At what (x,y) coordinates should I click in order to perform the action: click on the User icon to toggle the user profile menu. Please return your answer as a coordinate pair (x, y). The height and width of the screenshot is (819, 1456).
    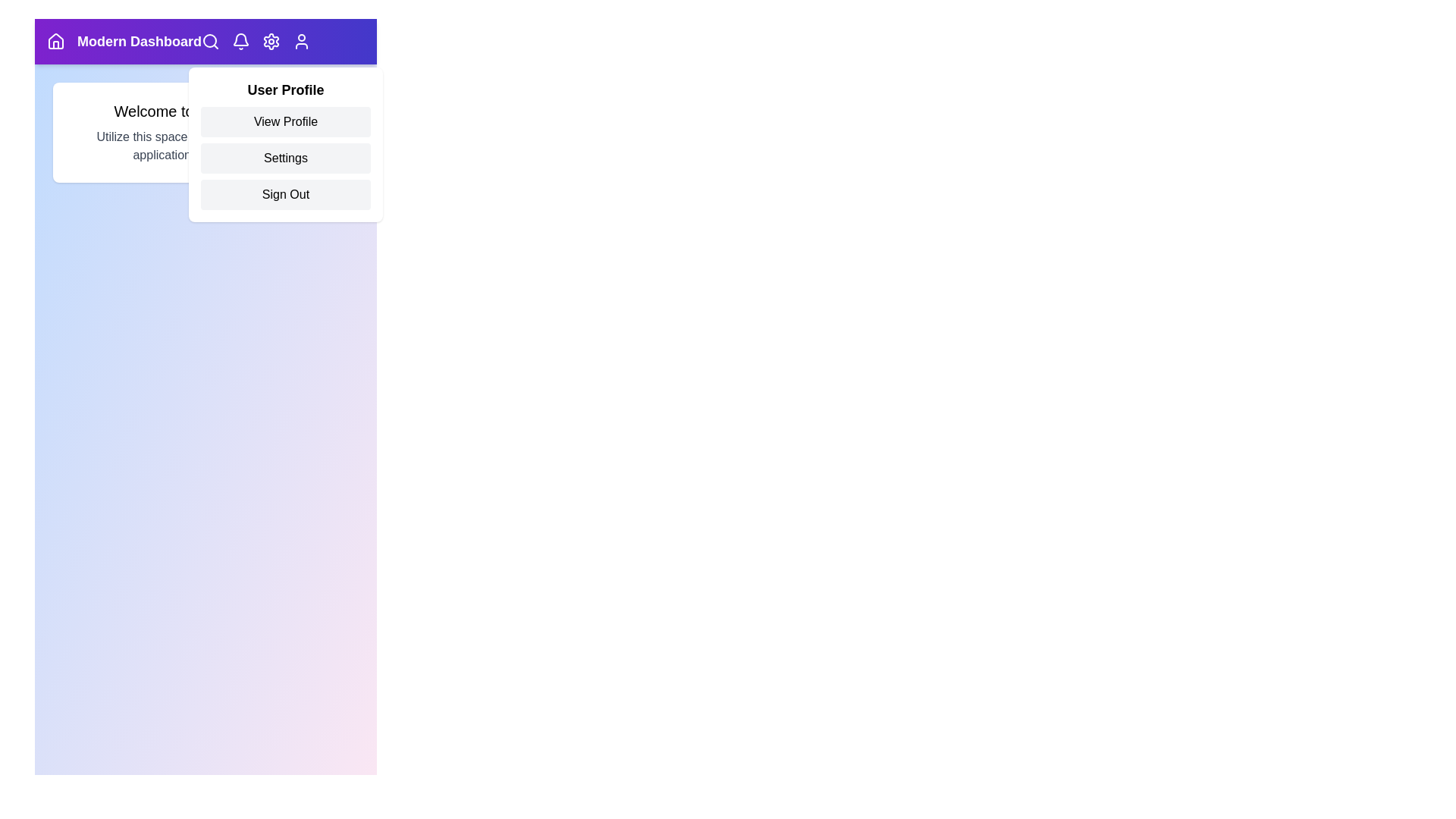
    Looking at the image, I should click on (302, 40).